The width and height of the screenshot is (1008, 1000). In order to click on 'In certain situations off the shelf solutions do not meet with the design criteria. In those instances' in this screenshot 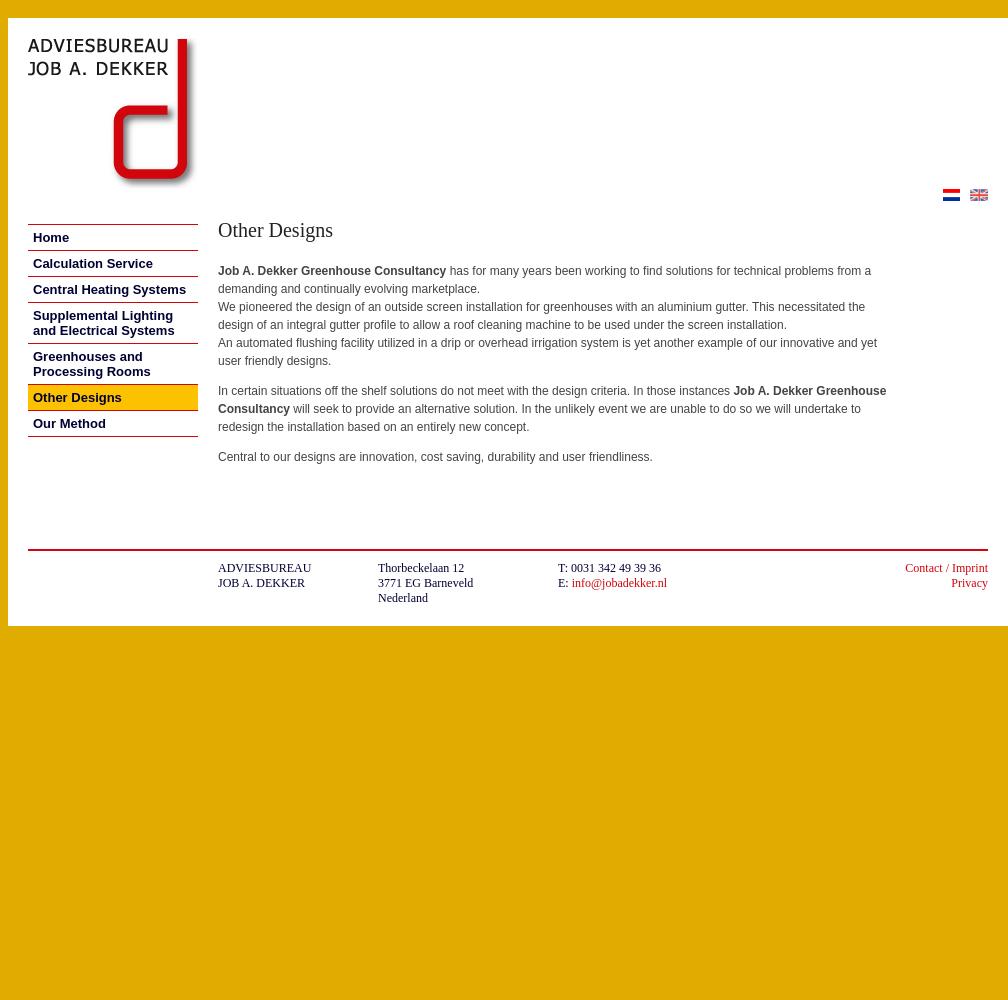, I will do `click(475, 391)`.